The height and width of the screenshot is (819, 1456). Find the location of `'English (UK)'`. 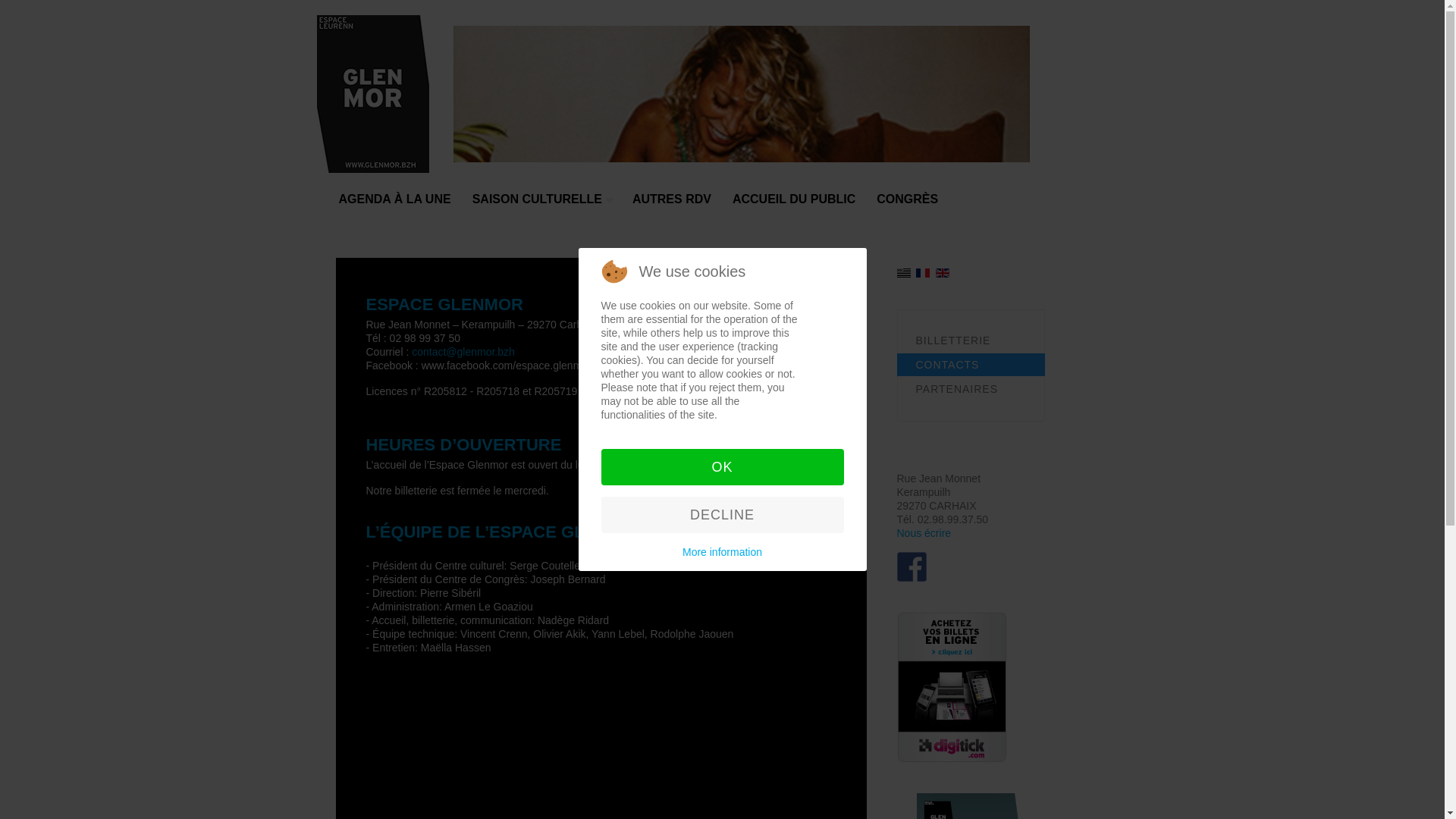

'English (UK)' is located at coordinates (942, 271).